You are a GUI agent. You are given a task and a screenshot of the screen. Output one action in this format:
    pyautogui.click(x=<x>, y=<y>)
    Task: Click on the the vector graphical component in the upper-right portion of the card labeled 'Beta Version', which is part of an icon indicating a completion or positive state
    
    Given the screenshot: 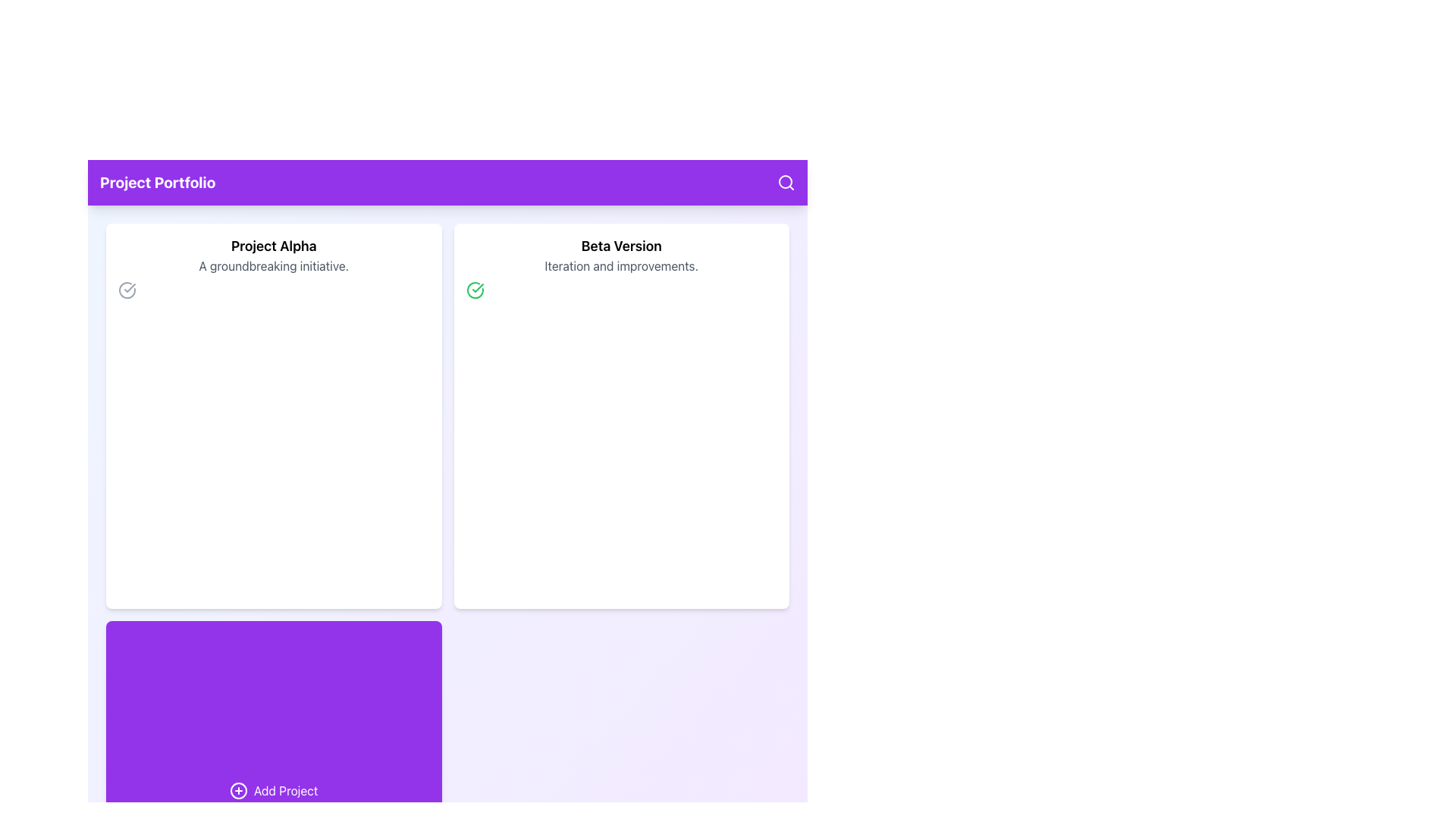 What is the action you would take?
    pyautogui.click(x=476, y=288)
    